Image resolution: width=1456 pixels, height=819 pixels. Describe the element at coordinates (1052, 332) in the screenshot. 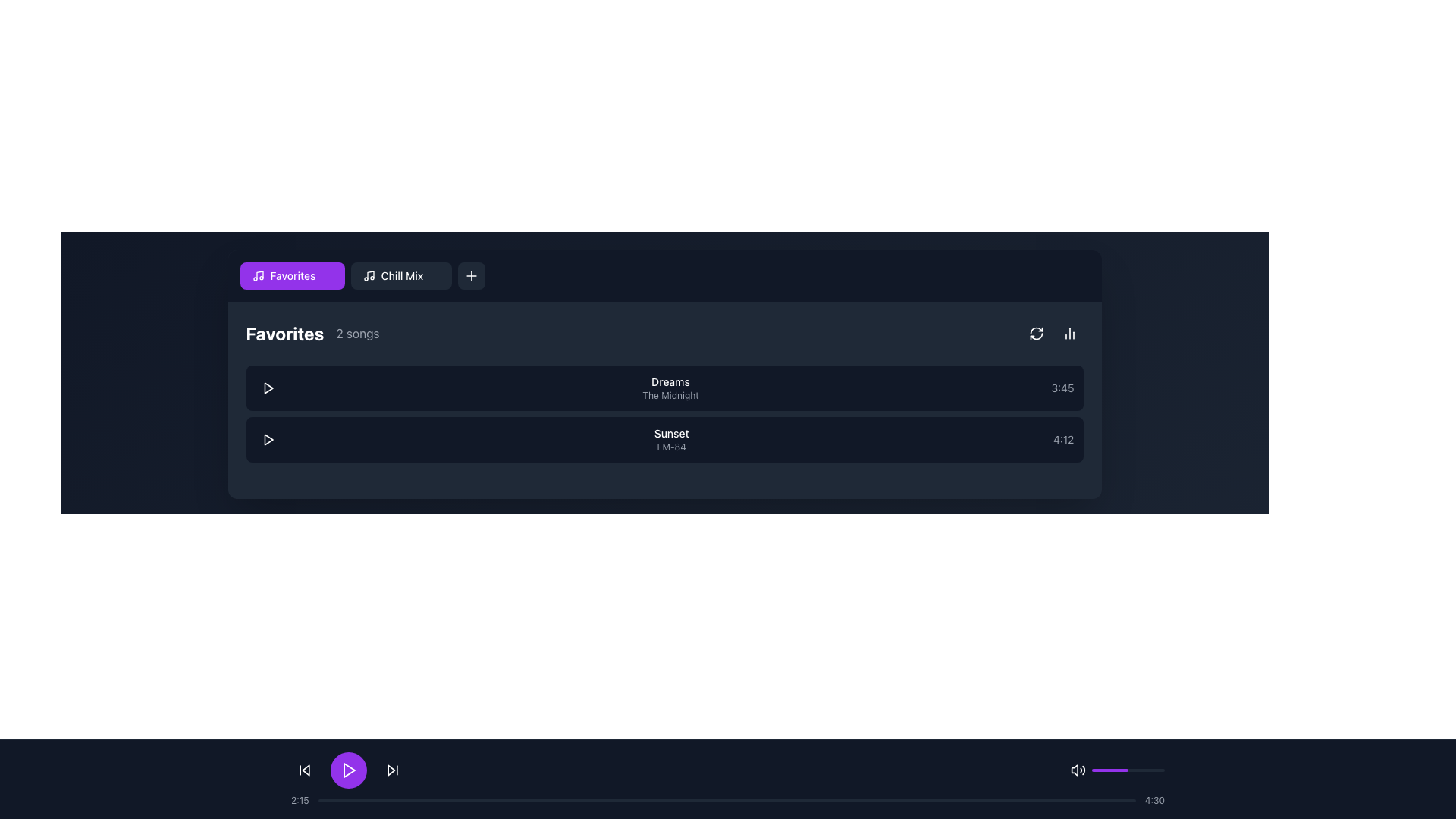

I see `the individual components of the Interactive control group located in the top-right corner of the 'Favorites' section to refresh or view statistics related to the music collection` at that location.